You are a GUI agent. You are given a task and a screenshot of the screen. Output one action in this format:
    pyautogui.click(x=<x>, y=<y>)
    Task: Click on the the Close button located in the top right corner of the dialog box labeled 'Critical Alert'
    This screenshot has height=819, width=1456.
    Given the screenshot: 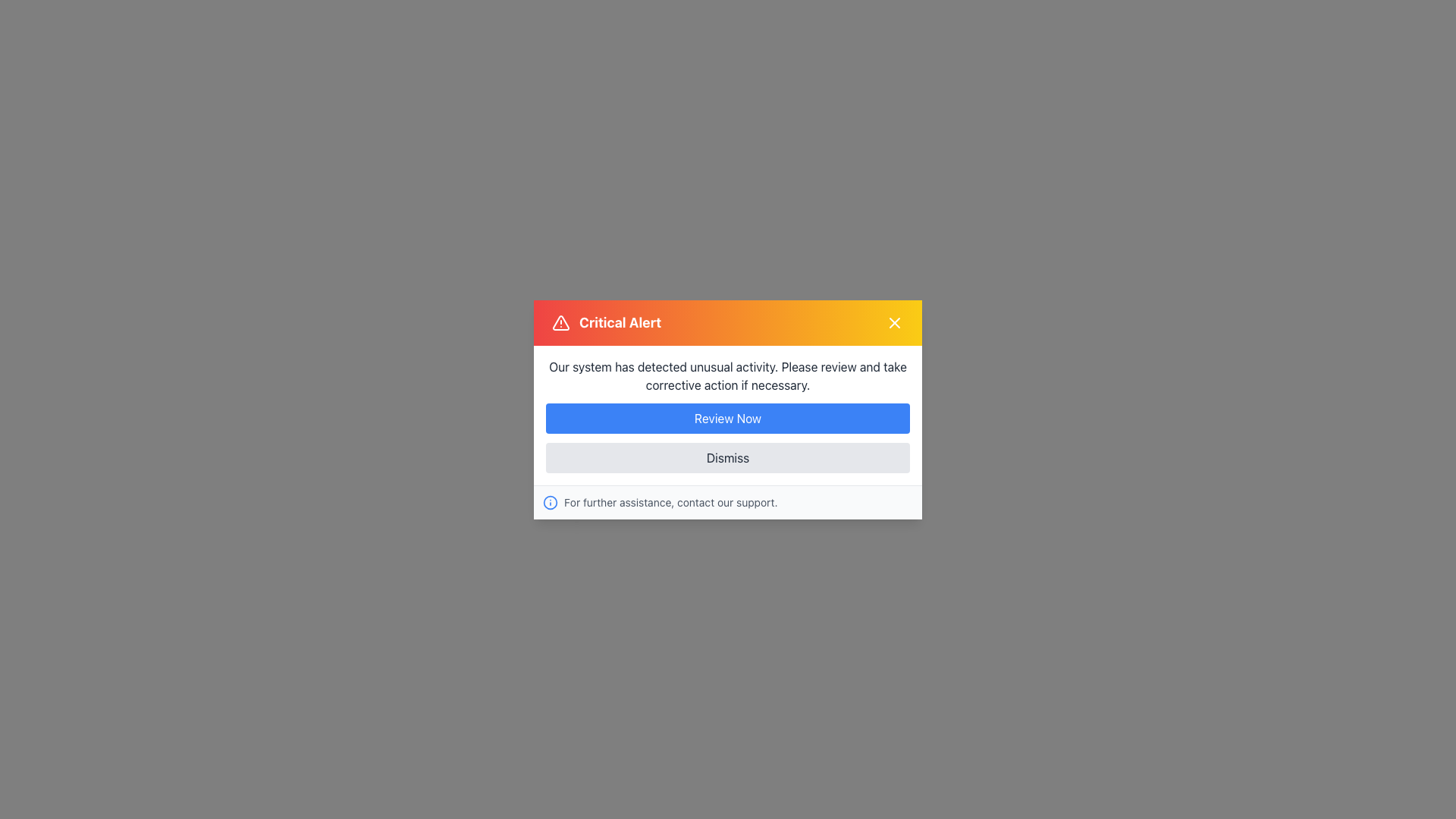 What is the action you would take?
    pyautogui.click(x=895, y=322)
    